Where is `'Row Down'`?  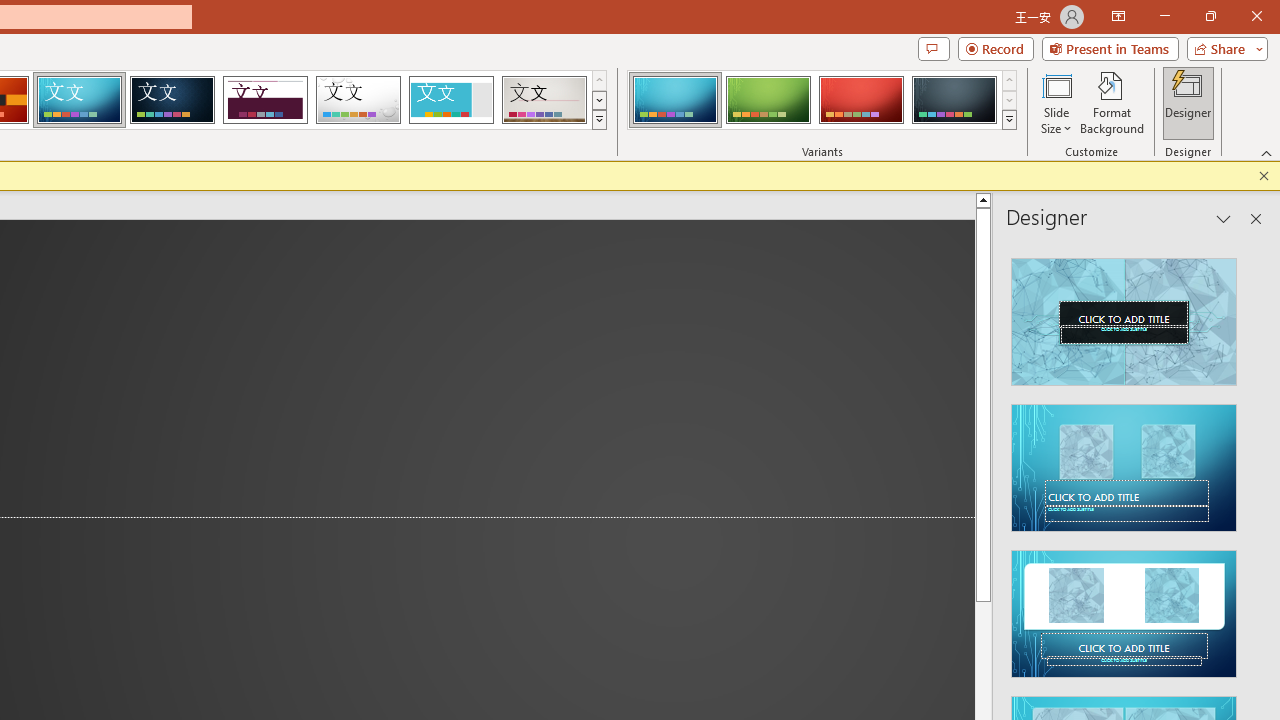 'Row Down' is located at coordinates (1009, 100).